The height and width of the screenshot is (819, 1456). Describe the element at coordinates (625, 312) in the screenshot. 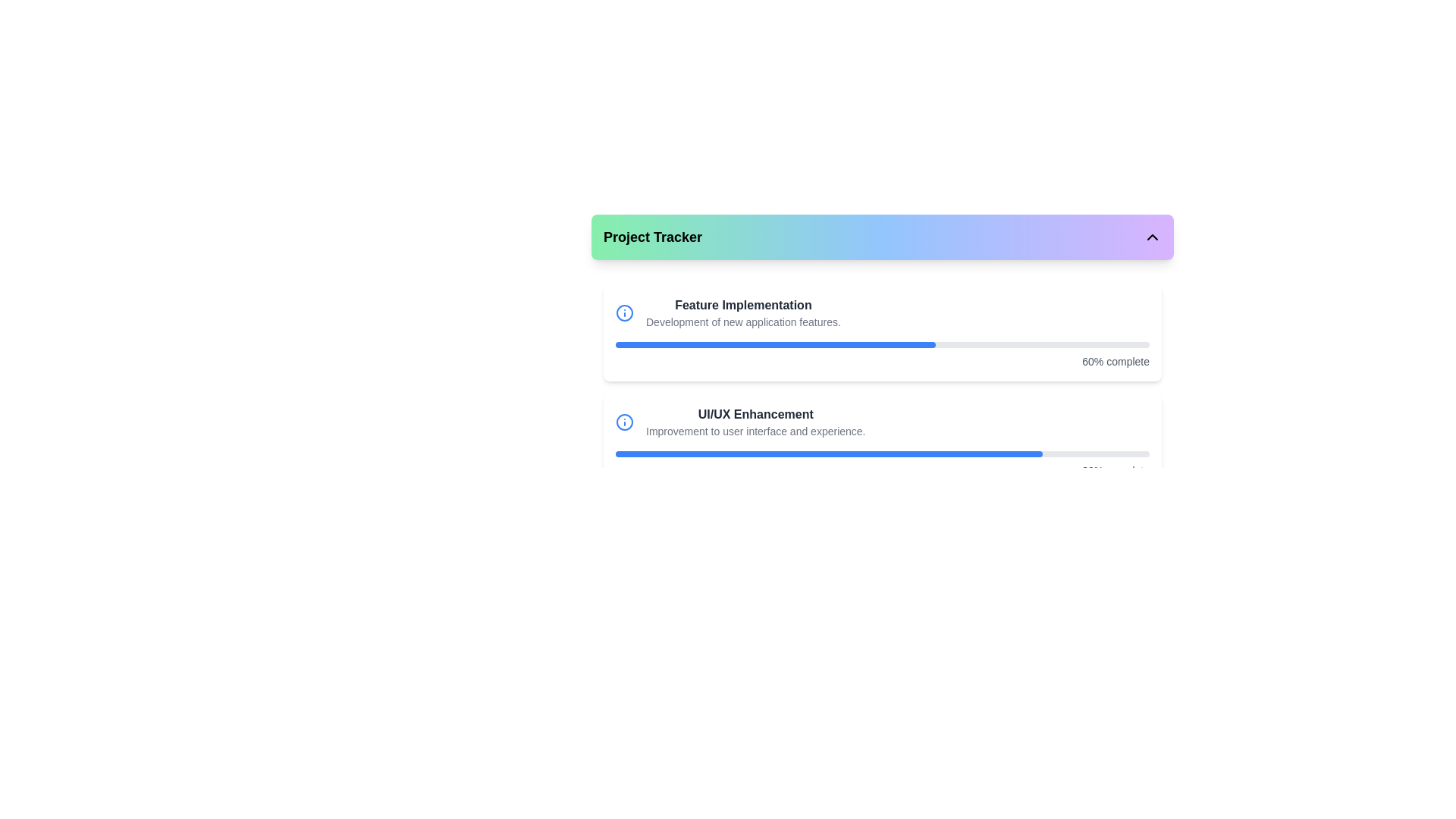

I see `the information icon located to the far left of the 'Feature Implementation' text` at that location.